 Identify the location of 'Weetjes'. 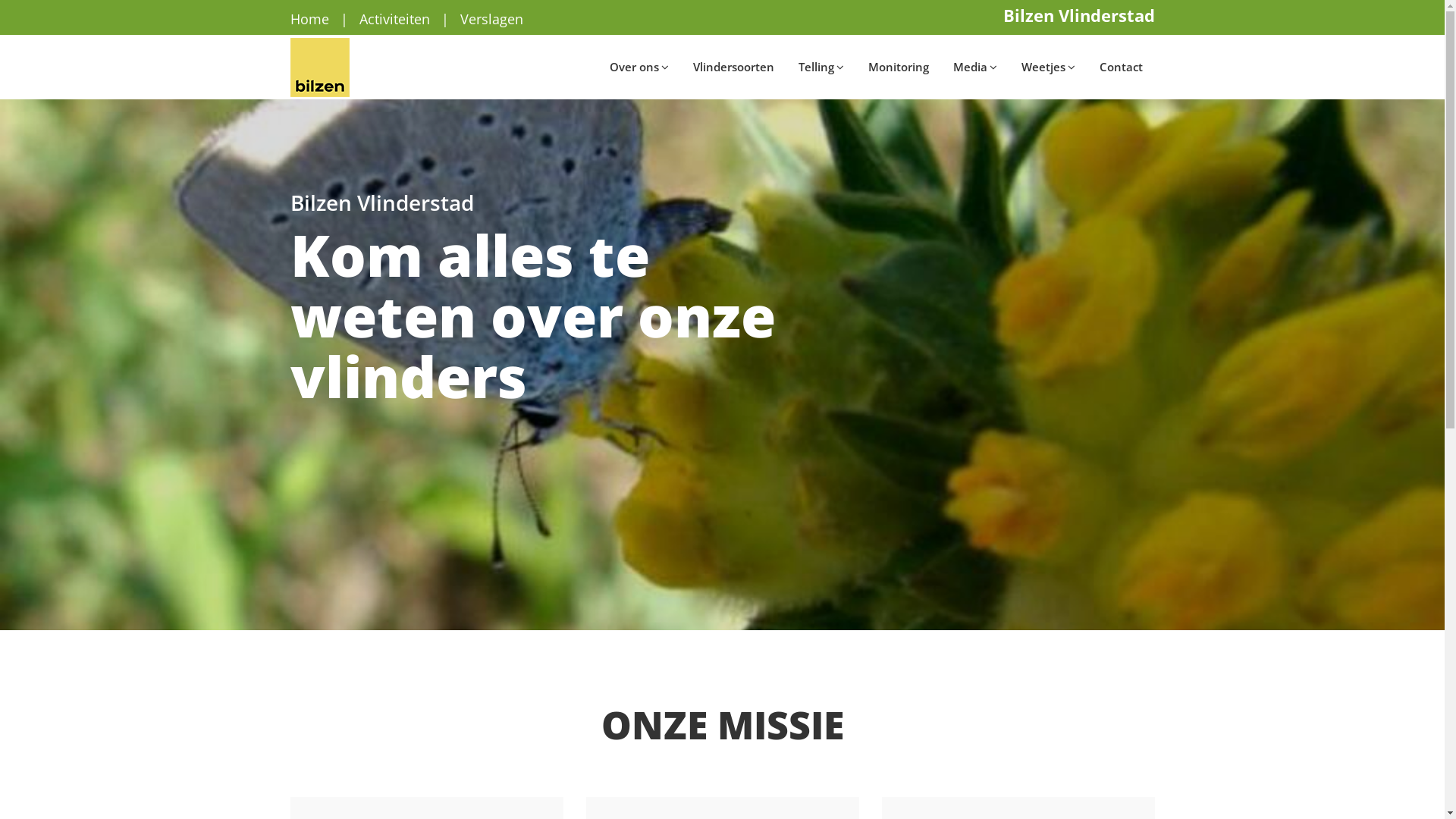
(1008, 66).